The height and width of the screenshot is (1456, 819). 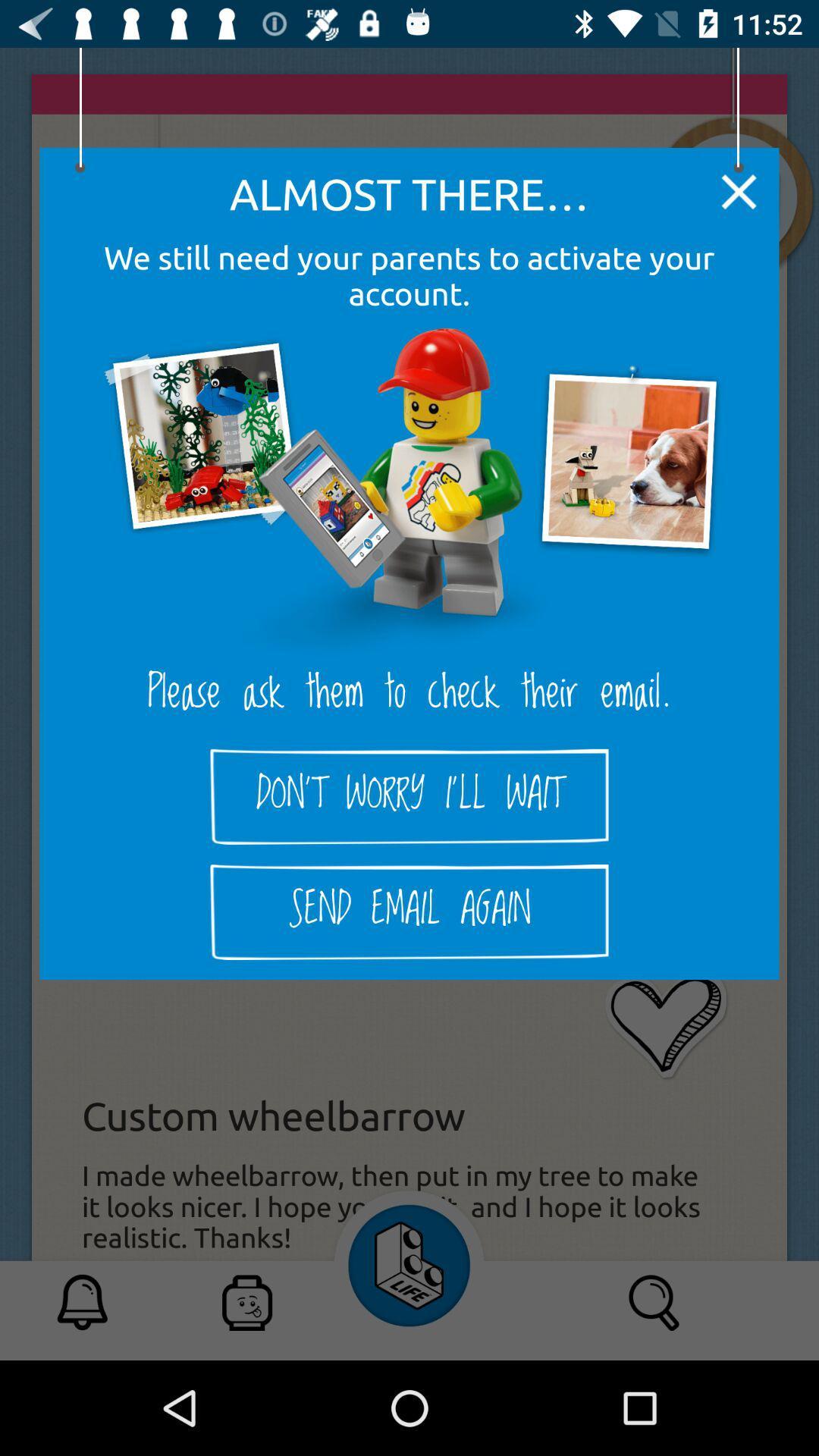 I want to click on the icon below the don t worry icon, so click(x=409, y=912).